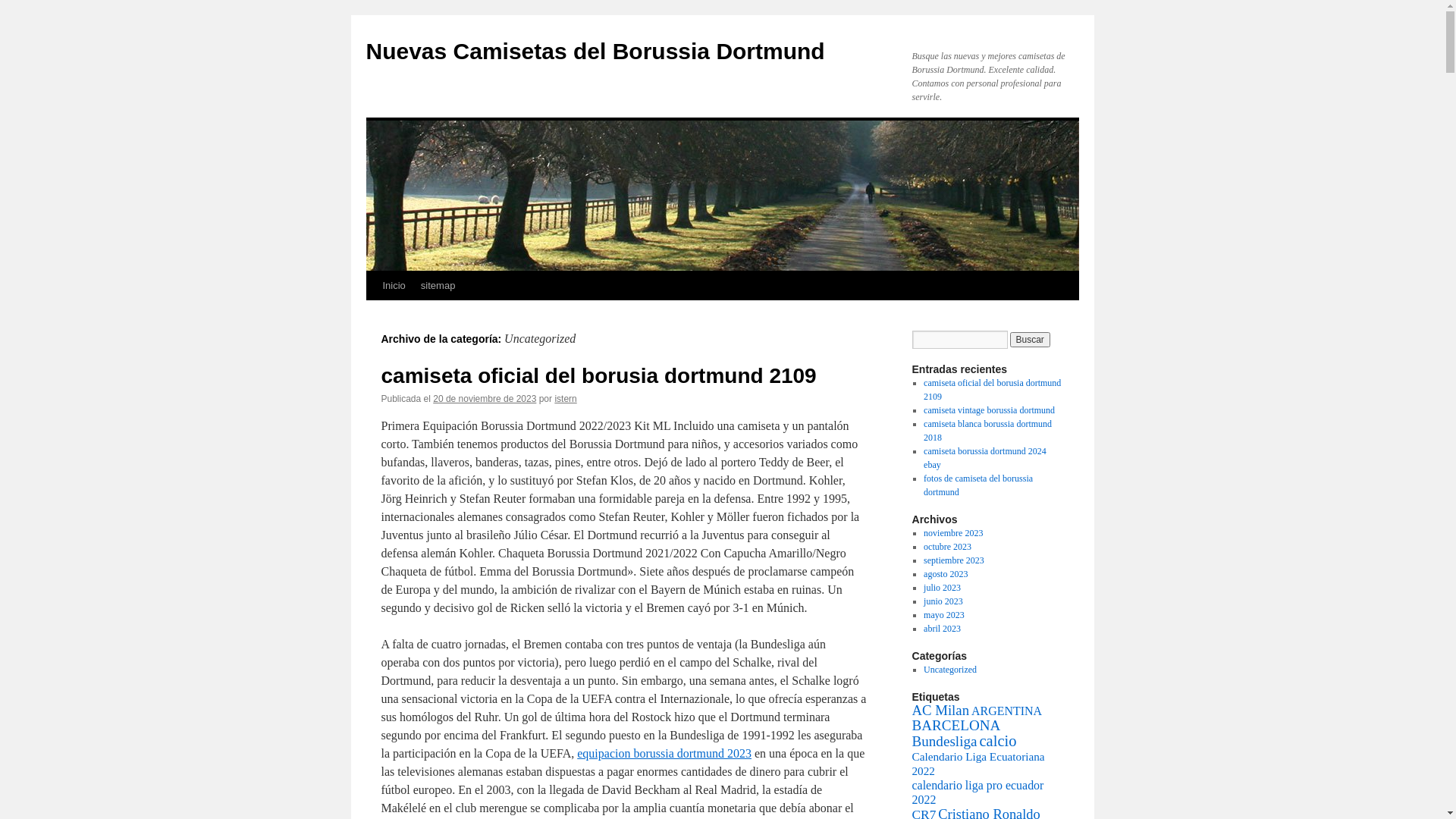  Describe the element at coordinates (977, 792) in the screenshot. I see `'calendario liga pro ecuador 2022'` at that location.